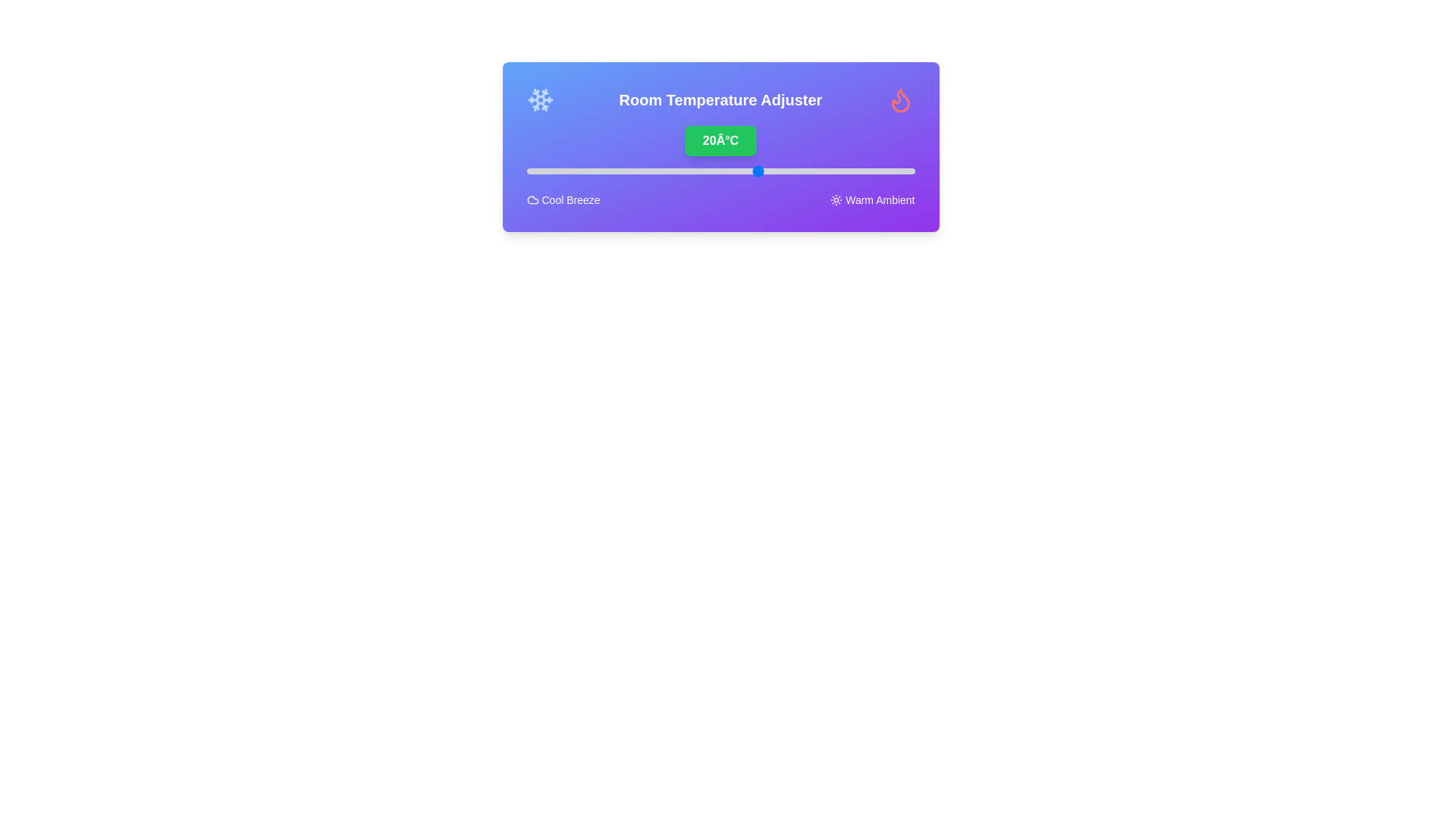 This screenshot has height=819, width=1456. What do you see at coordinates (540, 99) in the screenshot?
I see `snowflake icon to adjust the temperature settings` at bounding box center [540, 99].